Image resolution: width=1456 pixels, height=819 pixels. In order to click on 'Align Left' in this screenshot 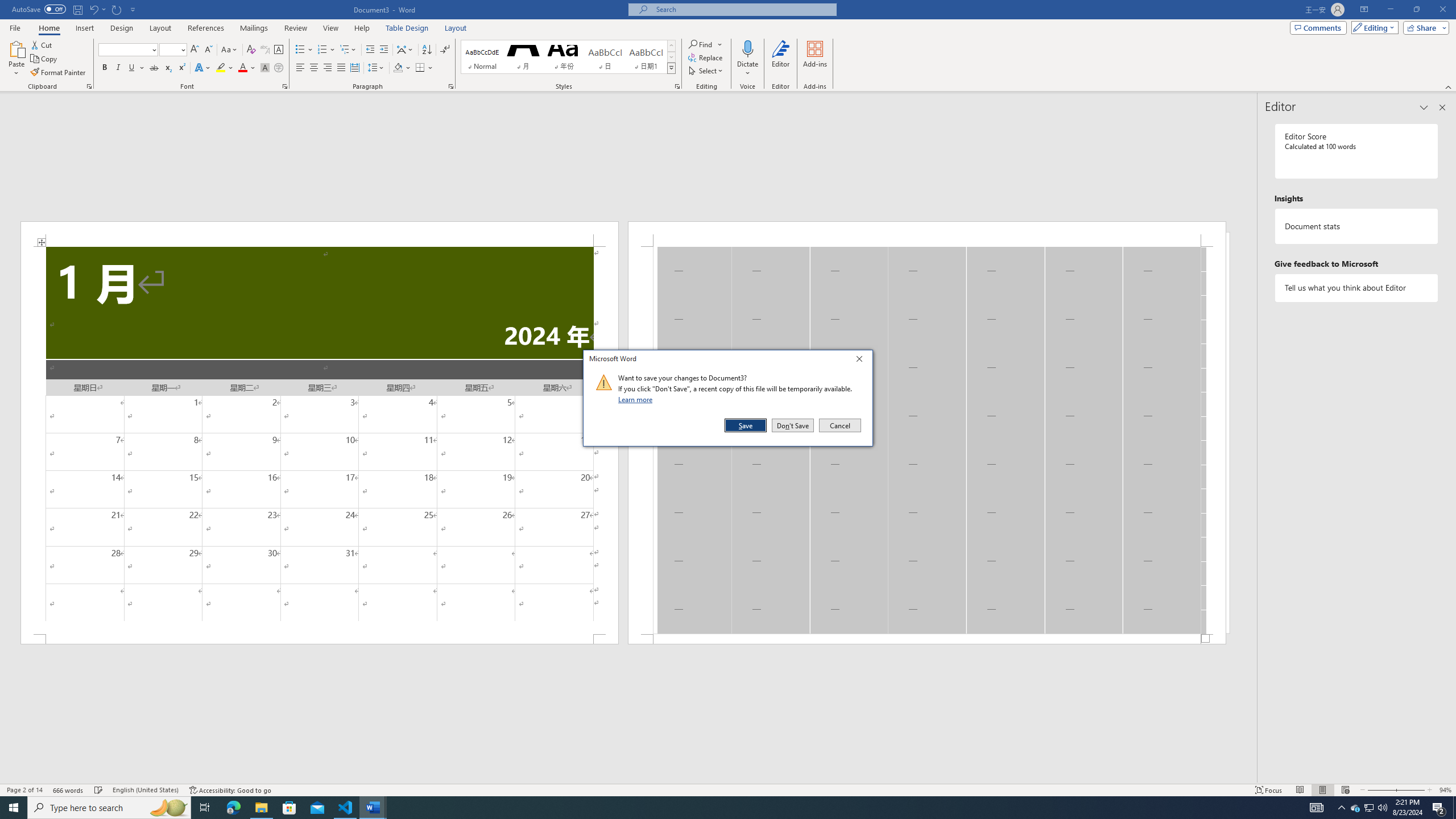, I will do `click(300, 67)`.